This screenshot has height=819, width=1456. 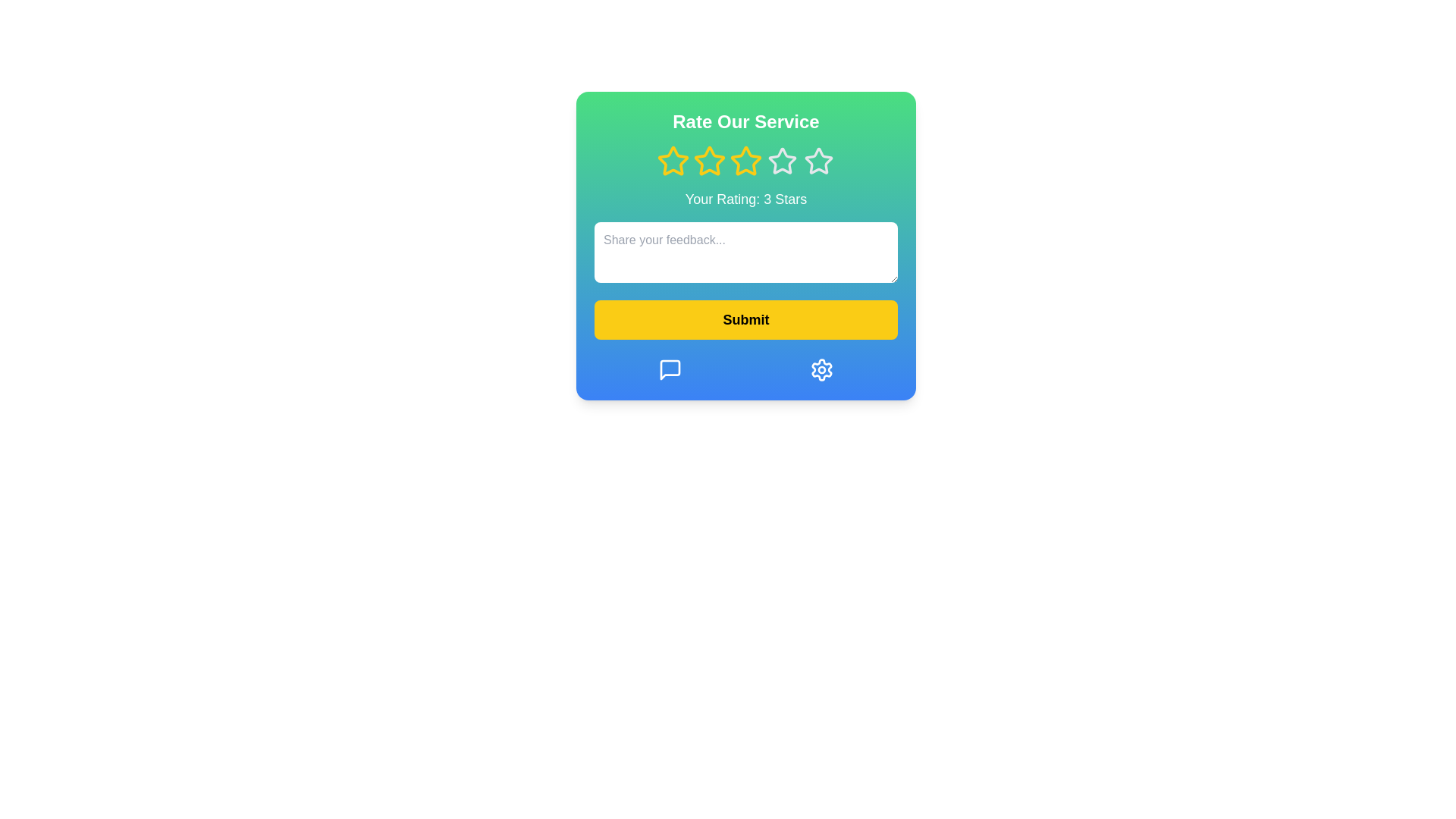 I want to click on the third rating star icon in the rating system, so click(x=709, y=161).